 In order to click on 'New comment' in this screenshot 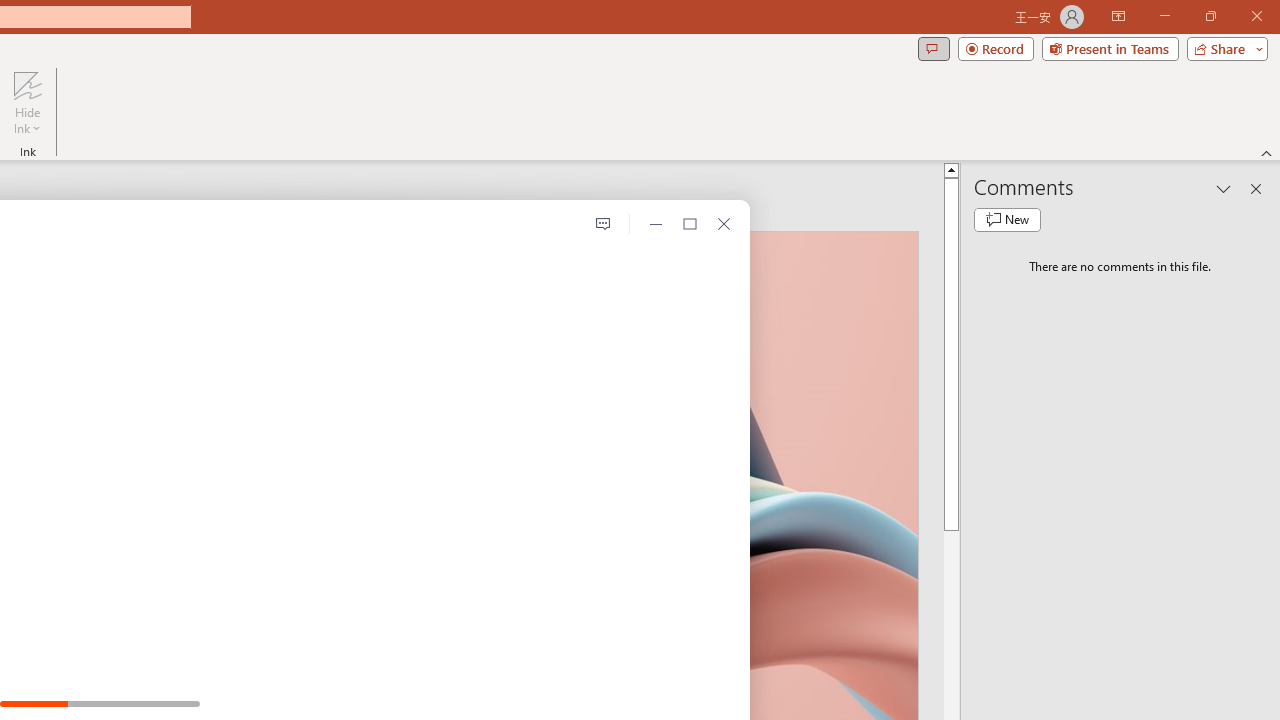, I will do `click(1007, 219)`.